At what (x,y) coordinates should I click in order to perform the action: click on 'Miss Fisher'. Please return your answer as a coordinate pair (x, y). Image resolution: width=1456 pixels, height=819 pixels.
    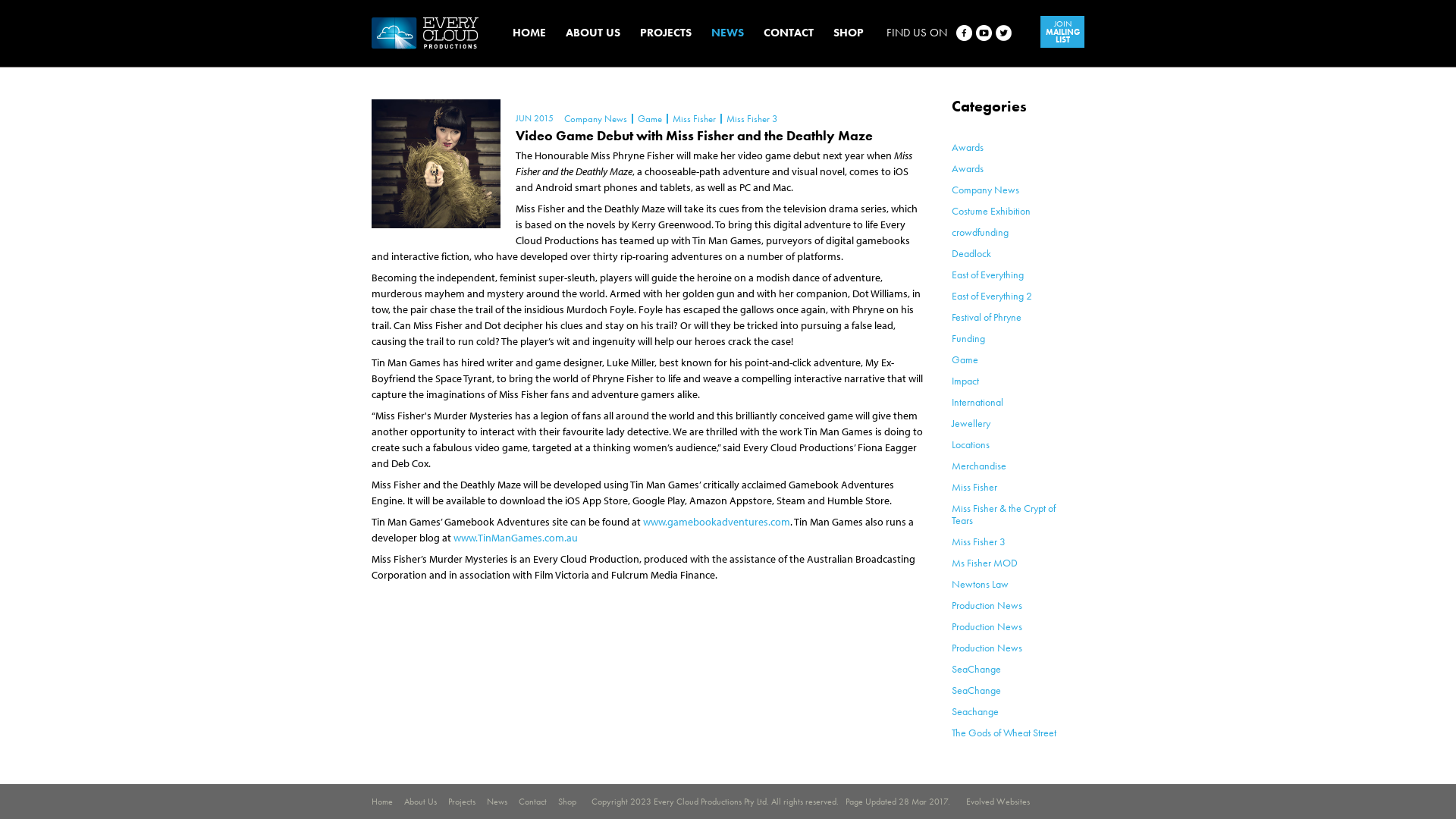
    Looking at the image, I should click on (974, 486).